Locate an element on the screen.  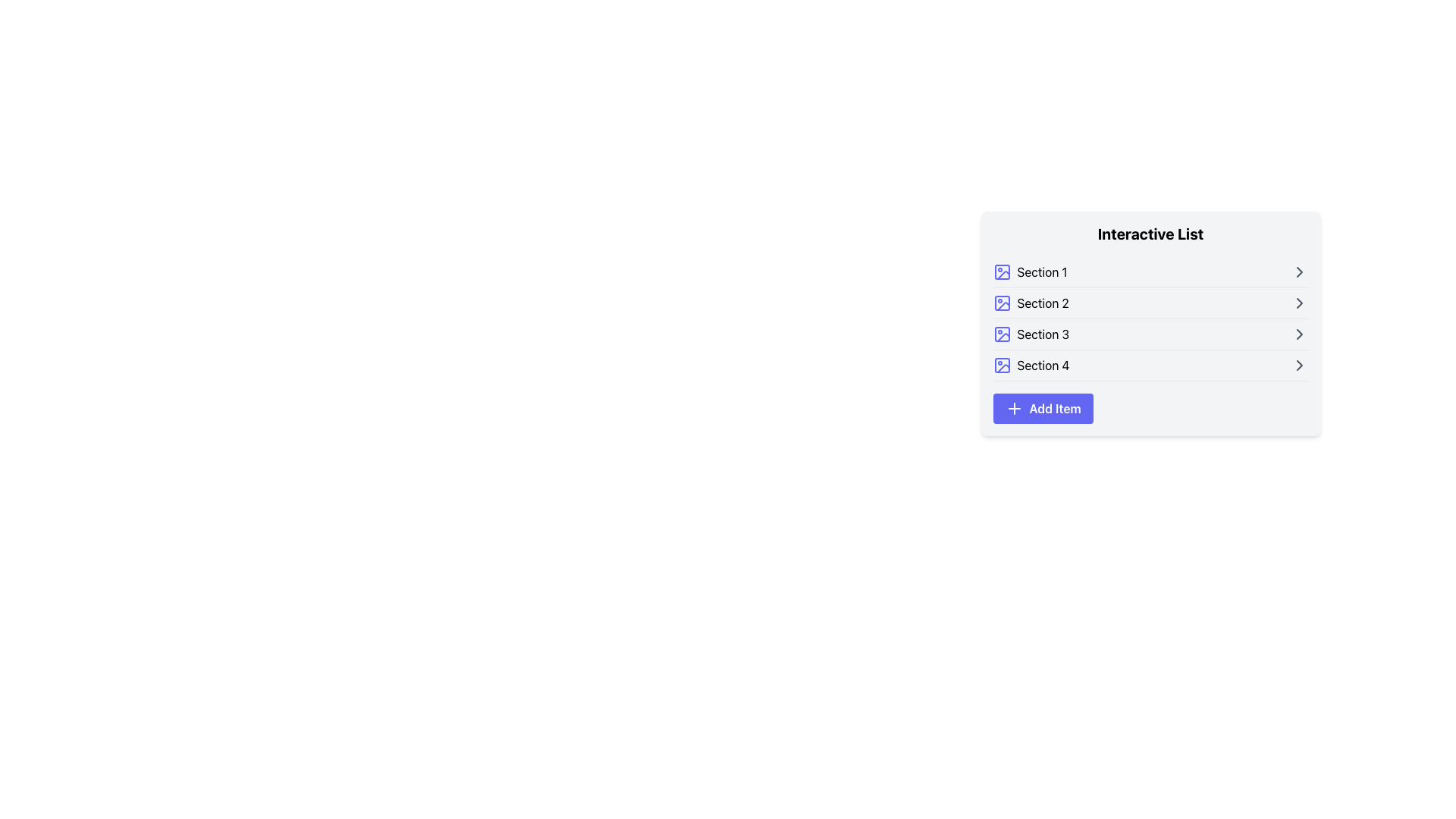
the third item labeled 'Section 3' in the 'Interactive List' is located at coordinates (1031, 333).